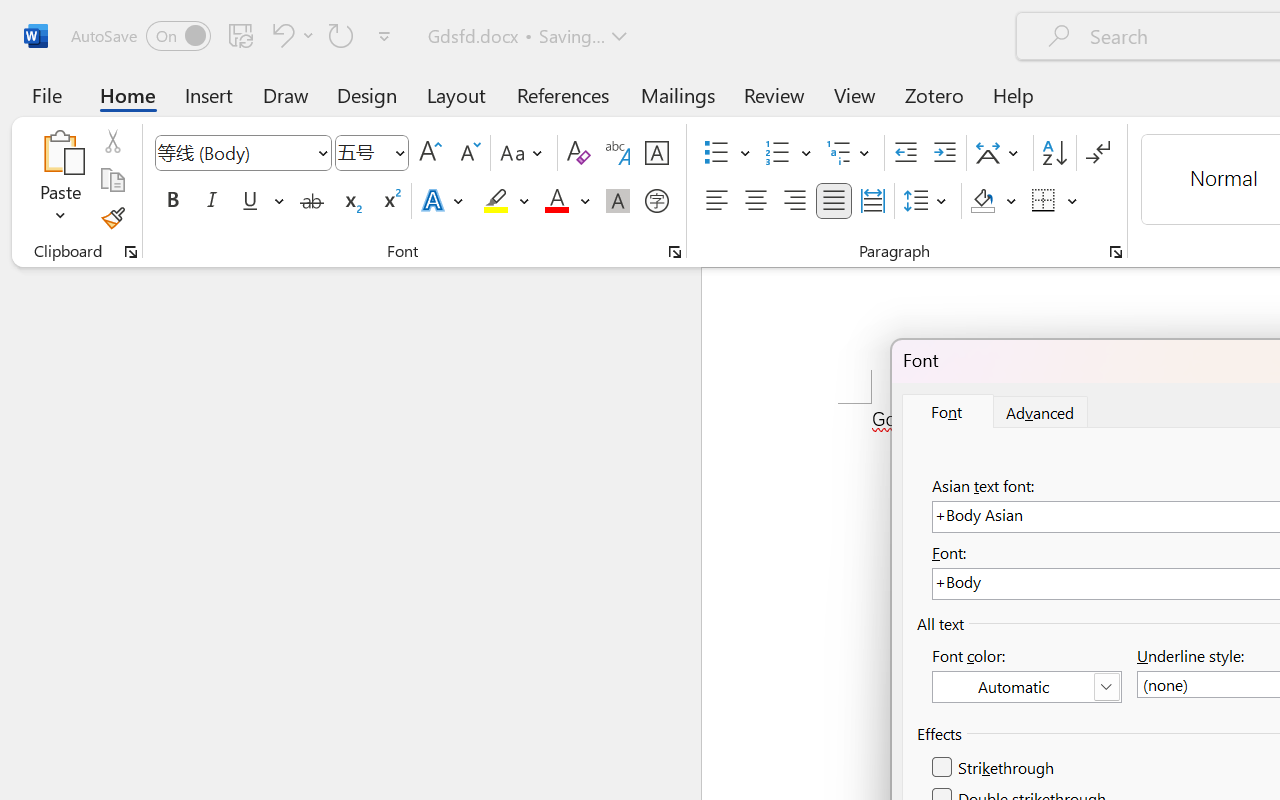 The width and height of the screenshot is (1280, 800). Describe the element at coordinates (443, 201) in the screenshot. I see `'Text Effects and Typography'` at that location.